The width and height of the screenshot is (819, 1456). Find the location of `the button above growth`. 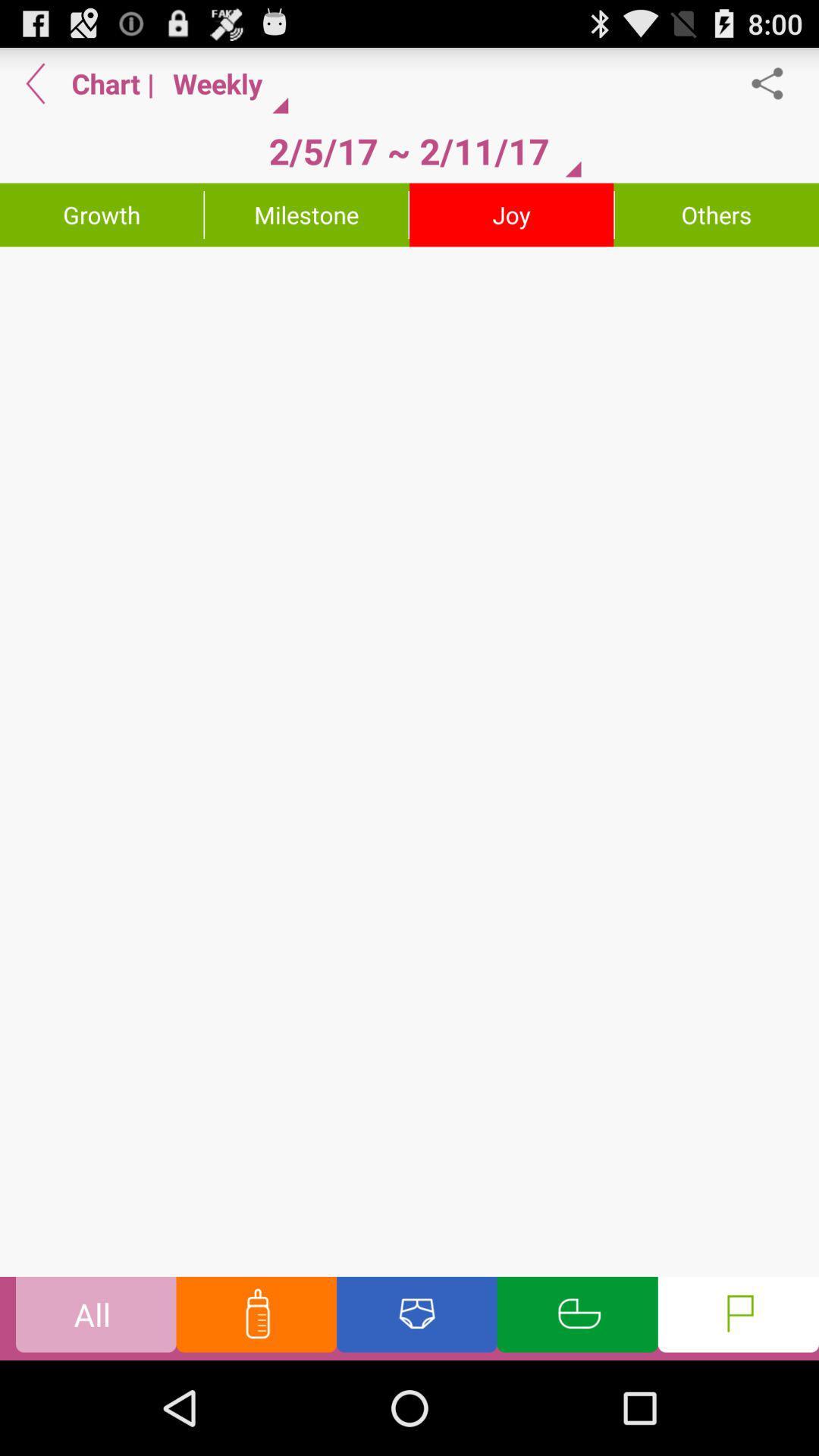

the button above growth is located at coordinates (35, 83).